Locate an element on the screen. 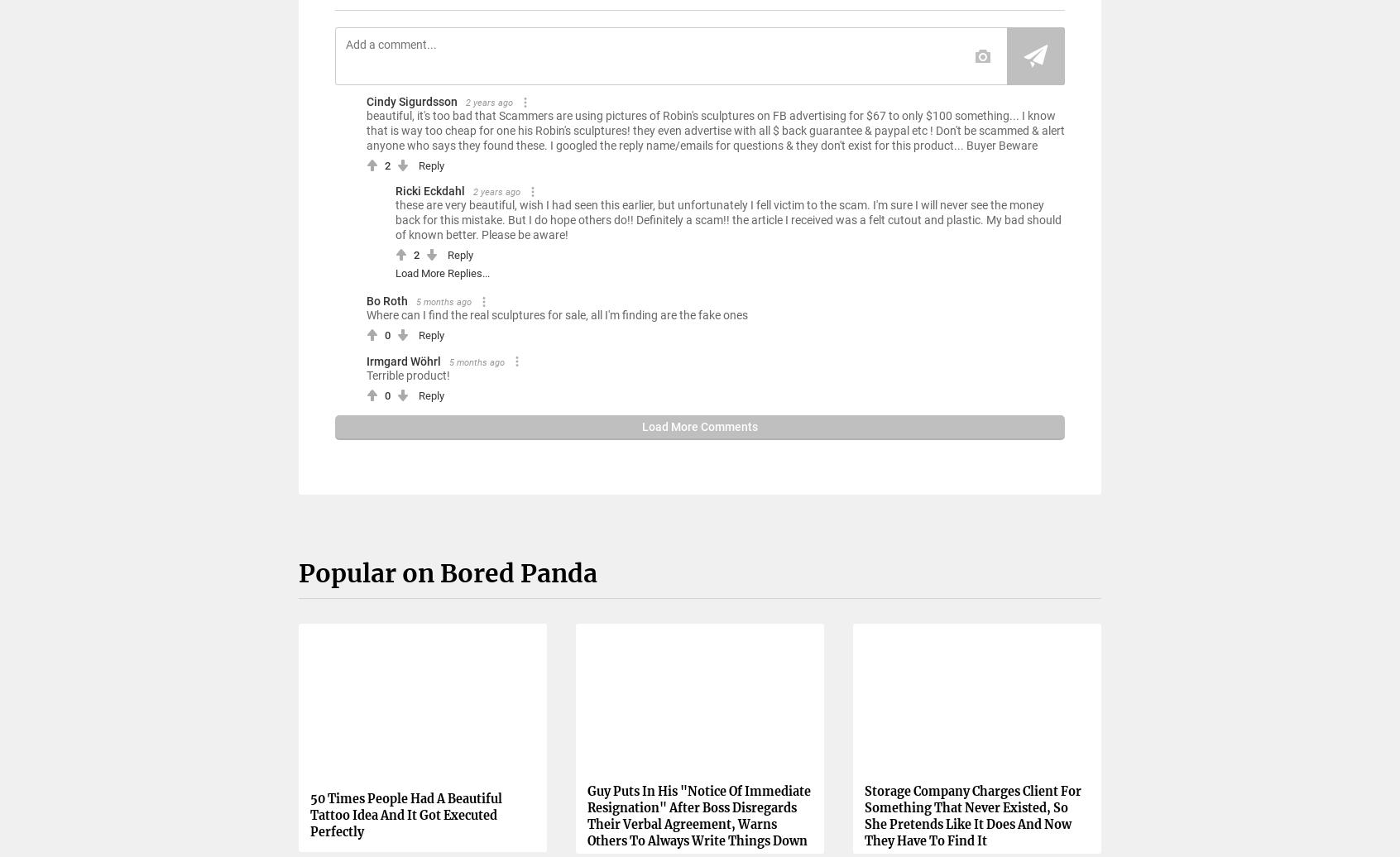 This screenshot has width=1400, height=857. 'Cindy Sigurdsson' is located at coordinates (411, 100).